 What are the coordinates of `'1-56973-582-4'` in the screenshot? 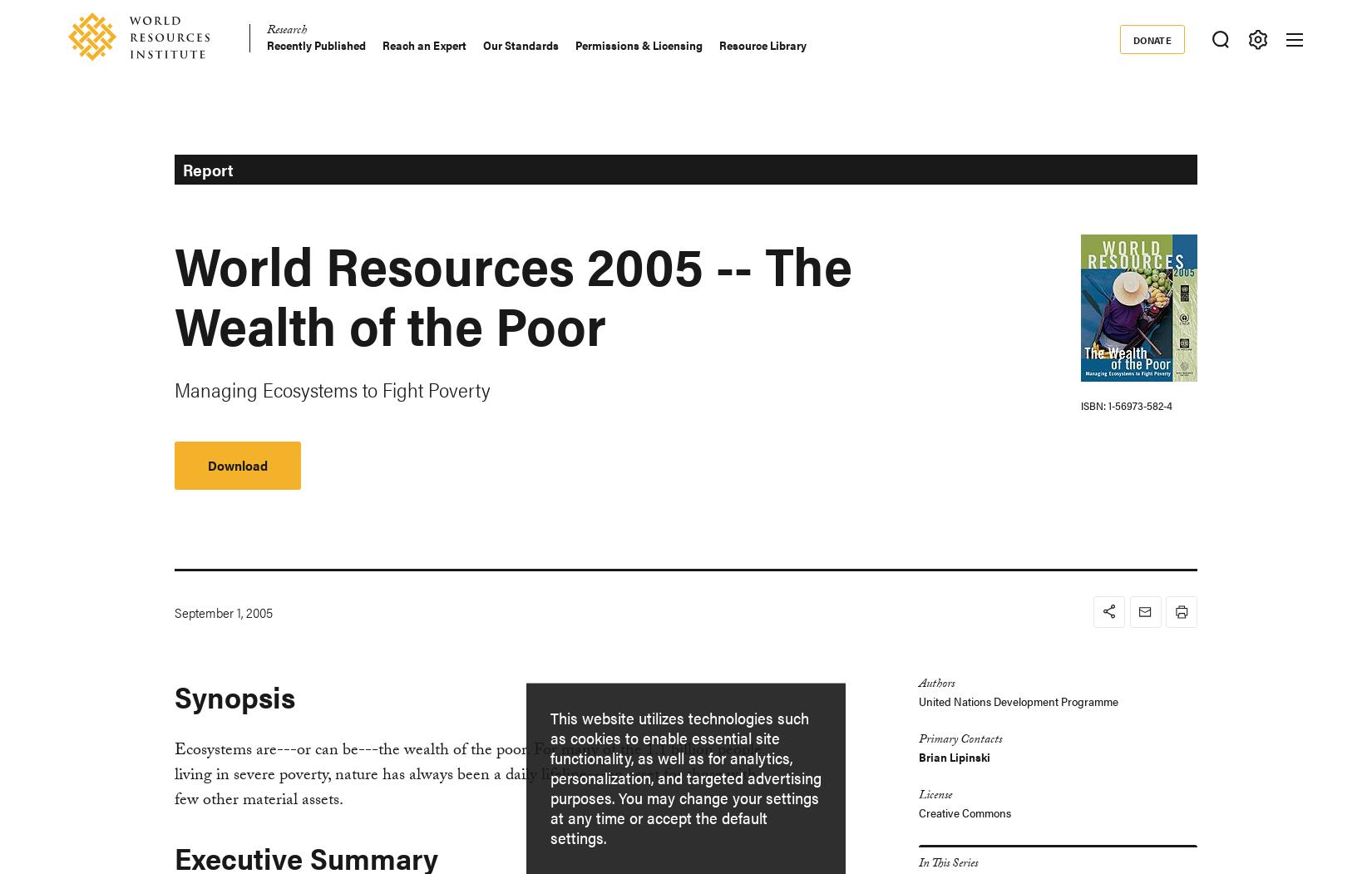 It's located at (1138, 405).